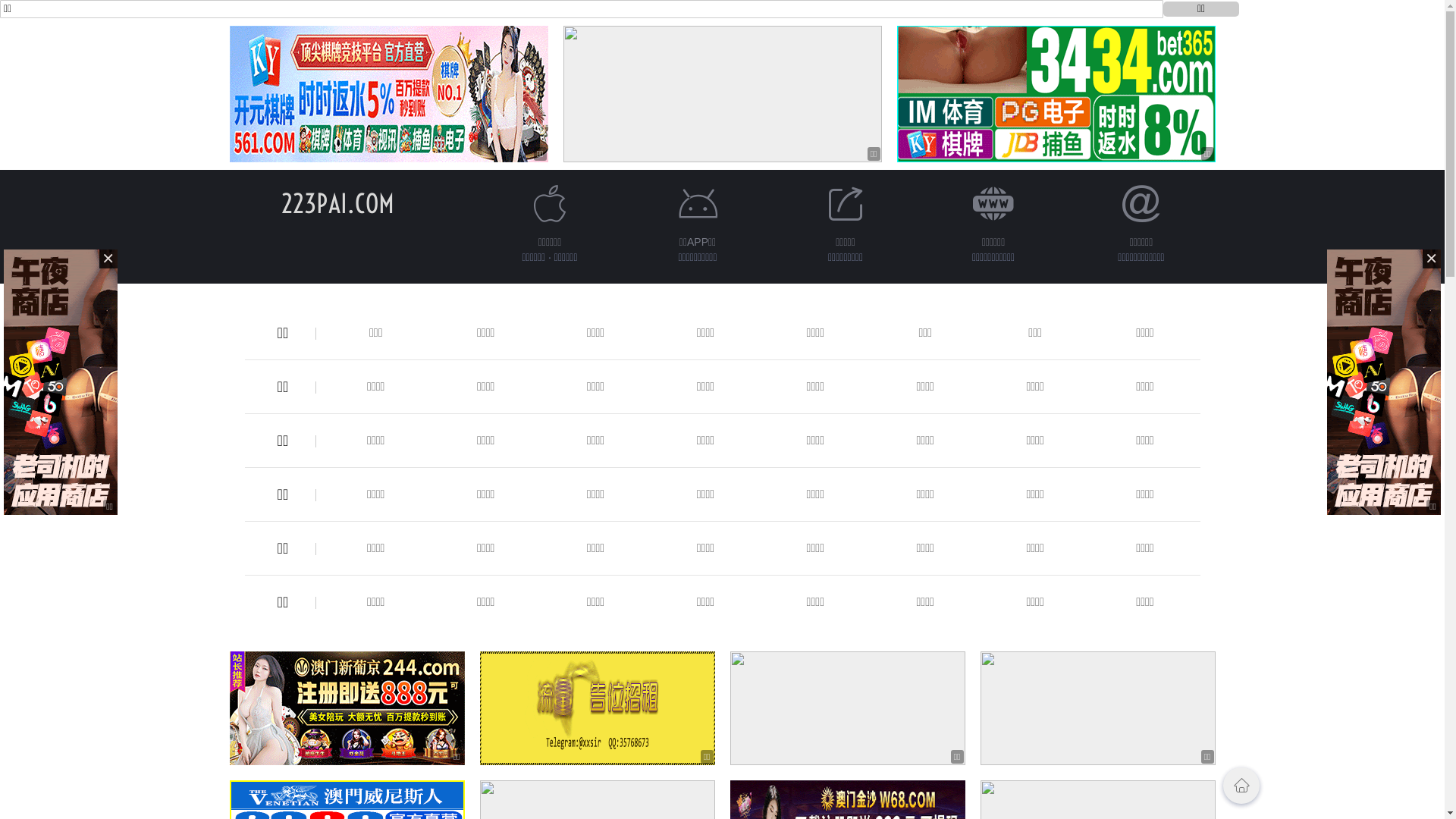 The height and width of the screenshot is (819, 1456). Describe the element at coordinates (337, 202) in the screenshot. I see `'223PAI.COM'` at that location.